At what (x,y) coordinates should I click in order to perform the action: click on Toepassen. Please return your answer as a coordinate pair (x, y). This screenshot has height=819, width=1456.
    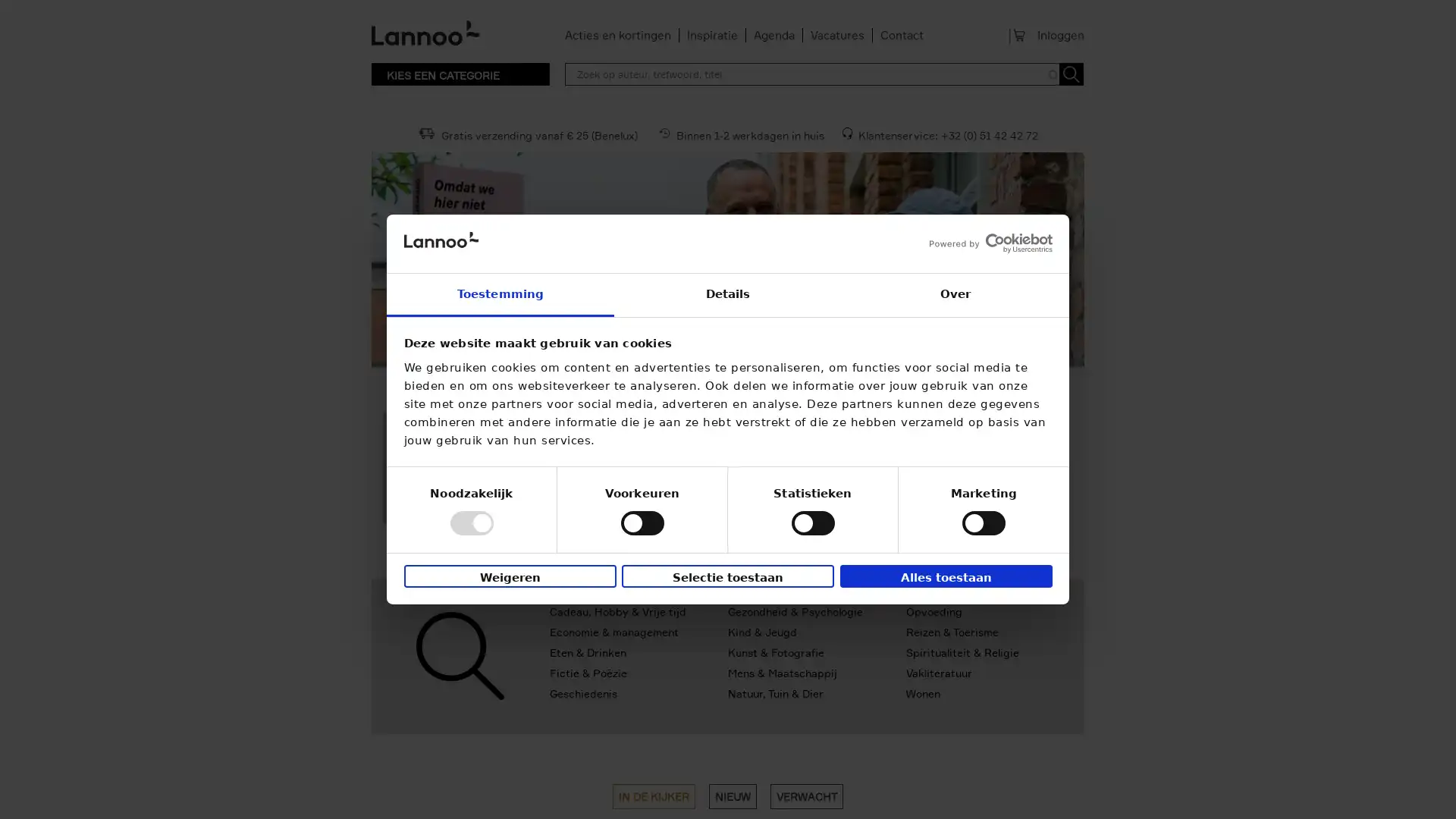
    Looking at the image, I should click on (1066, 75).